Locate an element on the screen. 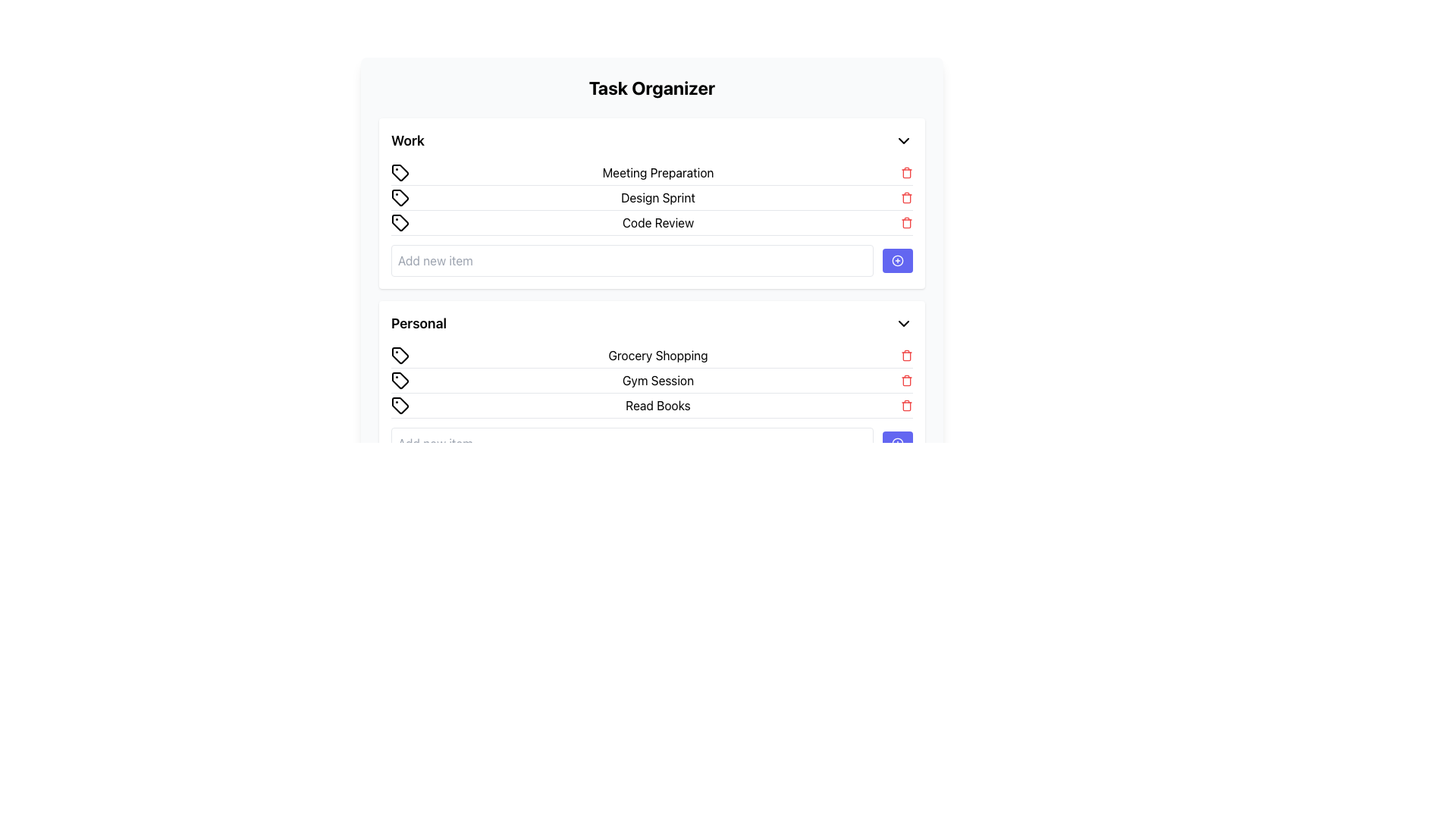  the Tag icon located in the 'Work' section of the 'Task Organizer' application, which is the first item in the row aligned with 'Meeting Preparation' is located at coordinates (400, 171).